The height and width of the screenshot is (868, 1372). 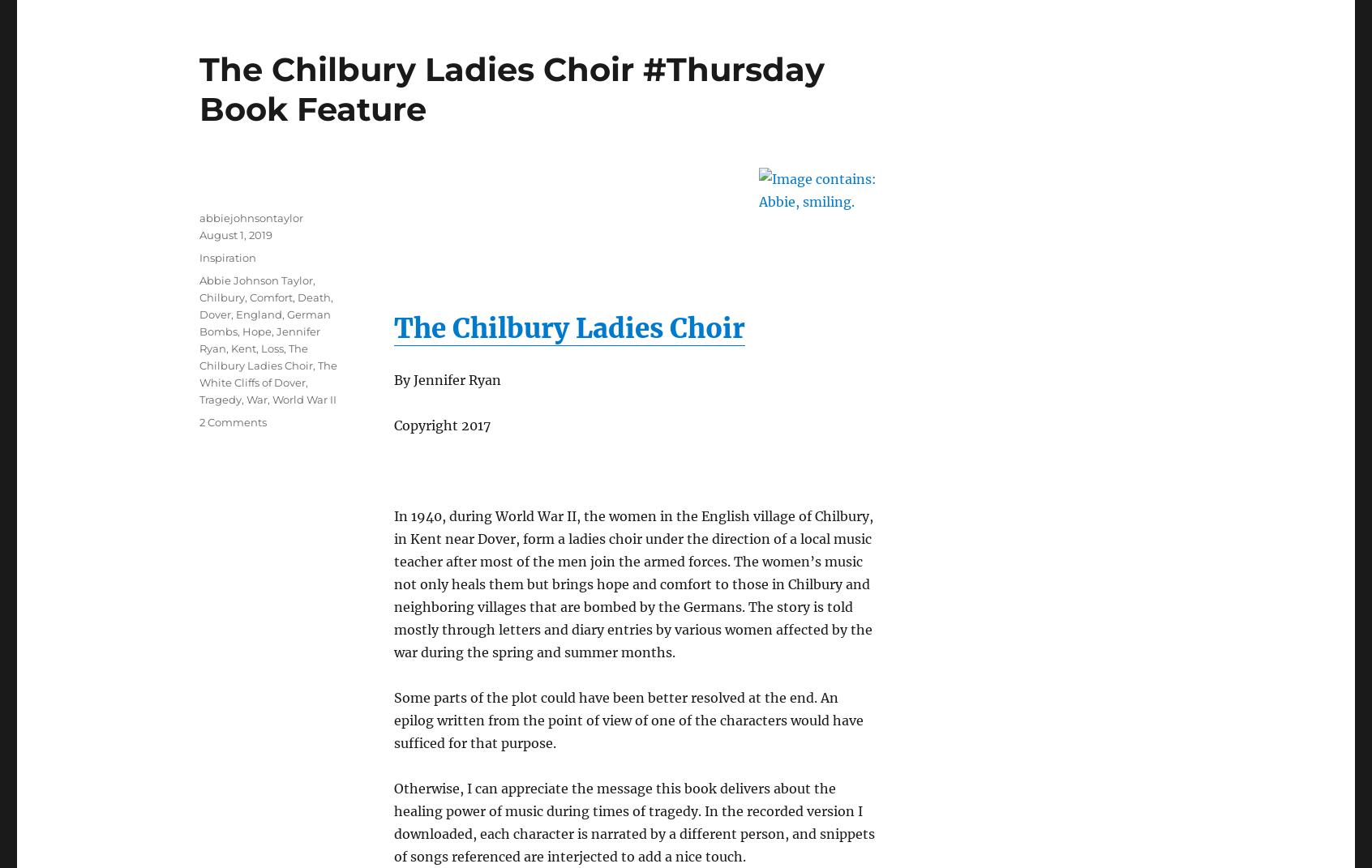 What do you see at coordinates (256, 398) in the screenshot?
I see `'War'` at bounding box center [256, 398].